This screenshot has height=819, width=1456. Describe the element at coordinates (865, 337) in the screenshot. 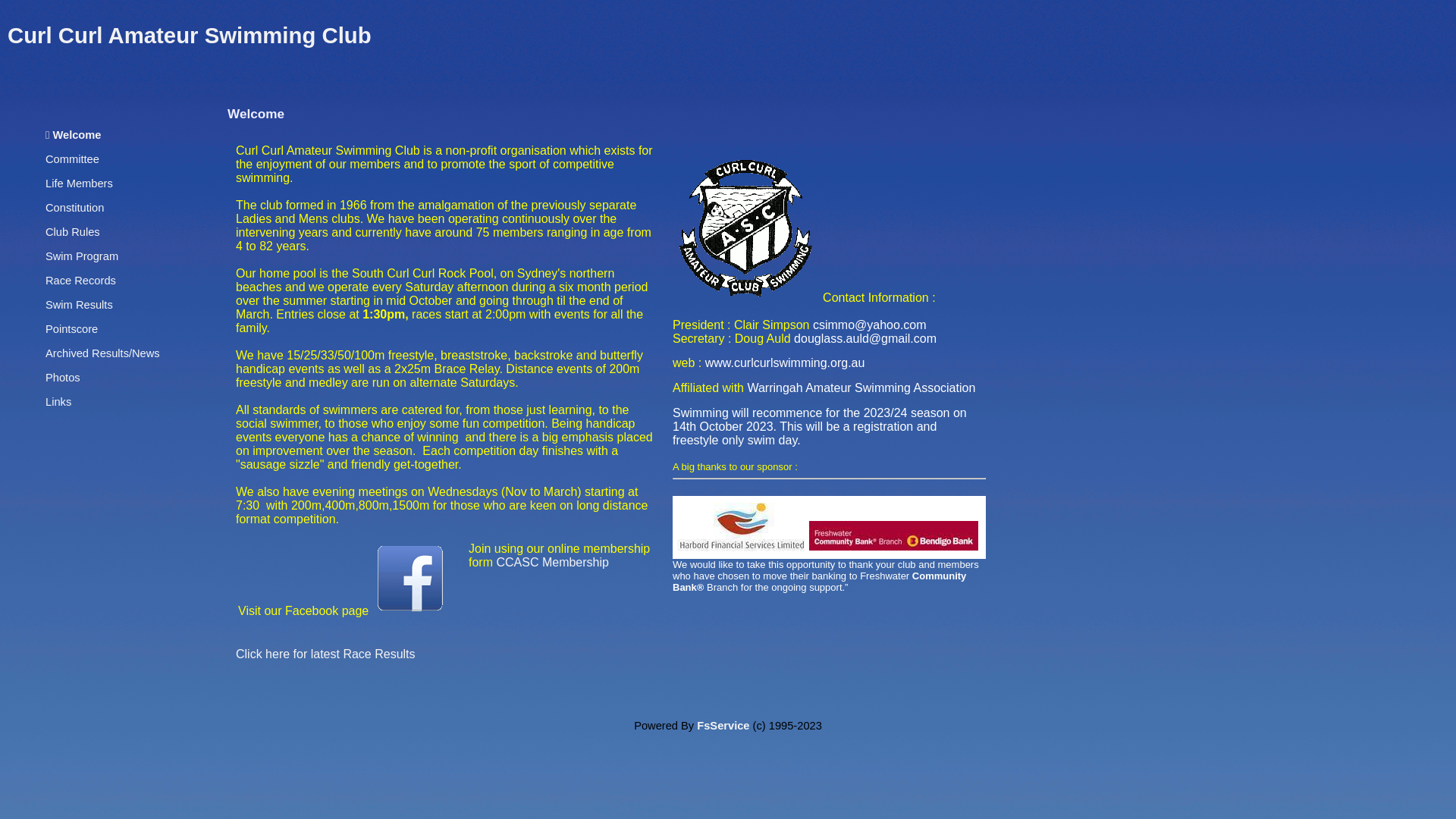

I see `'douglass.auld@gmail.com'` at that location.